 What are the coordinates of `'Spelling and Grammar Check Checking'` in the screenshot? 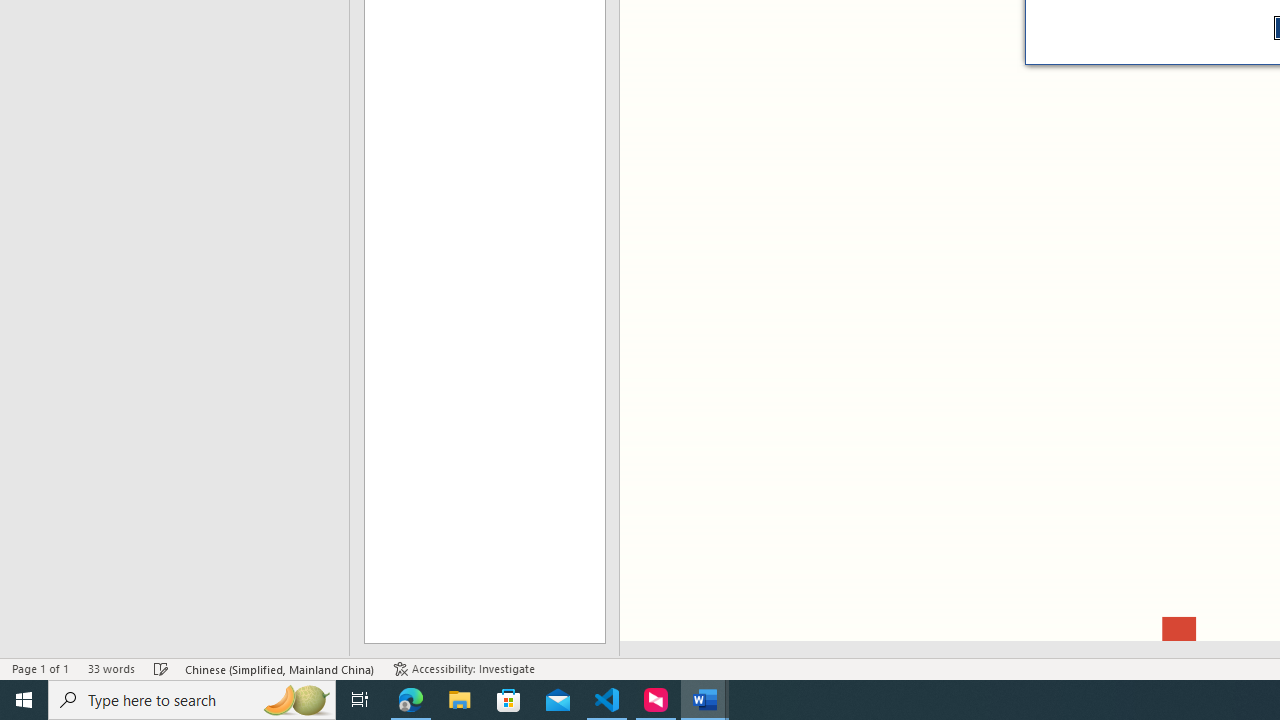 It's located at (161, 669).